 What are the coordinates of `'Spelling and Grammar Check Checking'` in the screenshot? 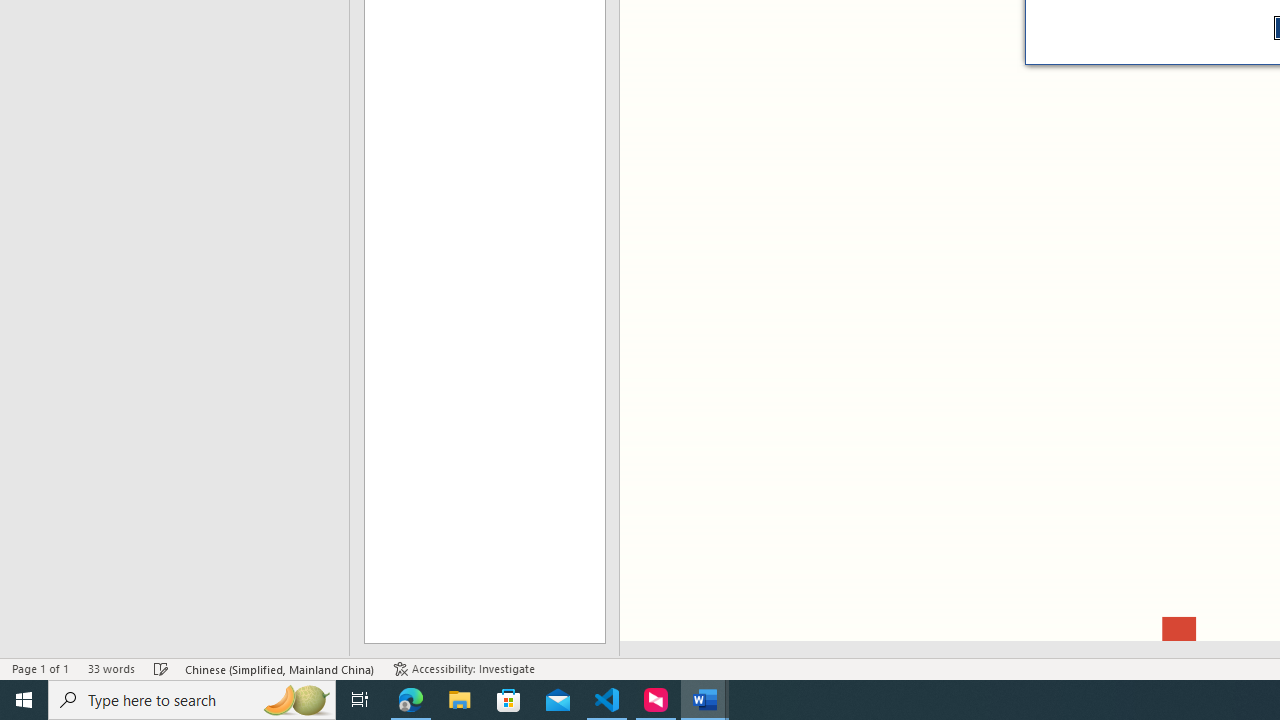 It's located at (161, 669).